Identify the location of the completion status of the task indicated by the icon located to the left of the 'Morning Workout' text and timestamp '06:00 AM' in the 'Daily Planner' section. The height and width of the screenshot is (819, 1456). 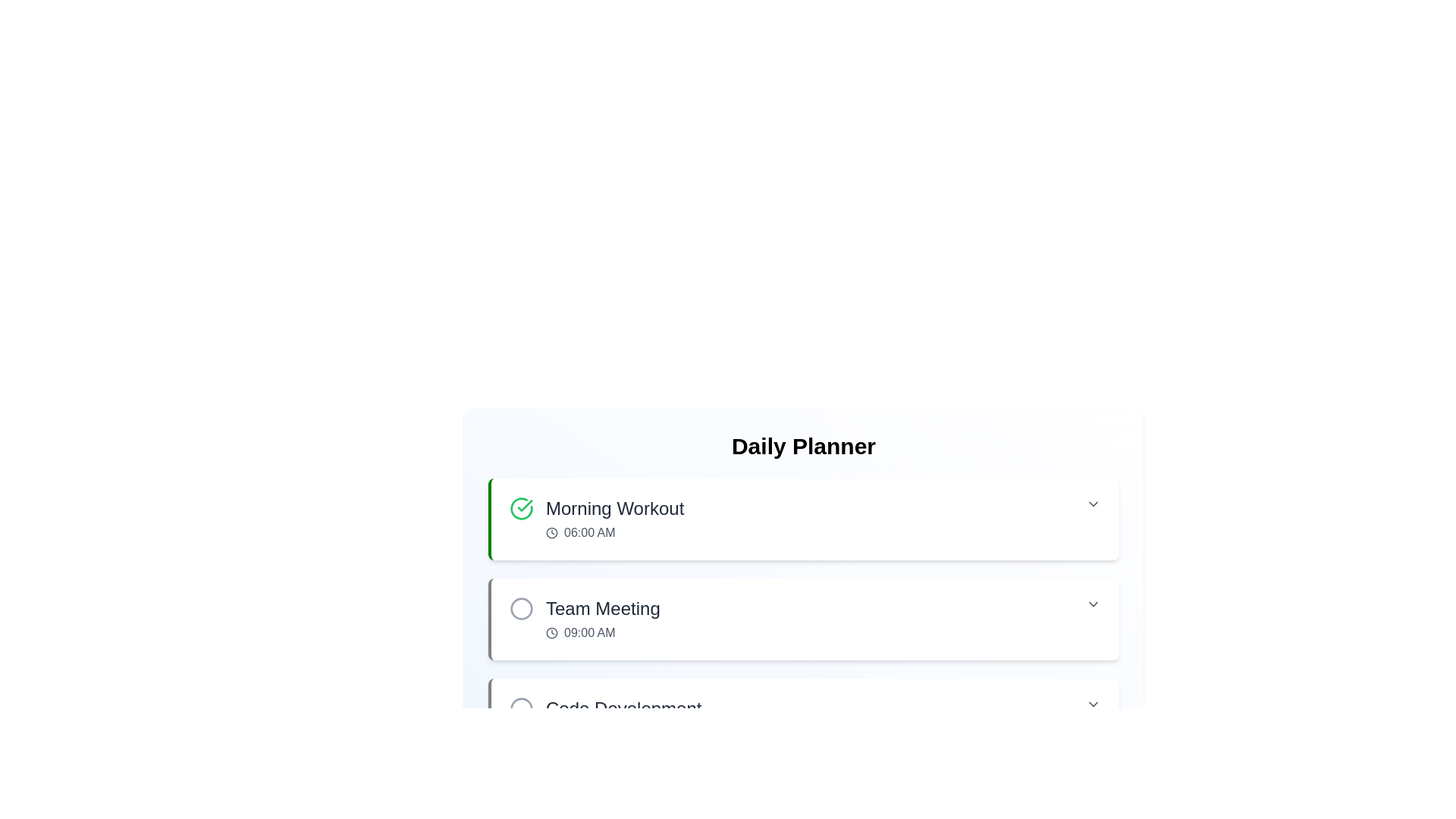
(521, 509).